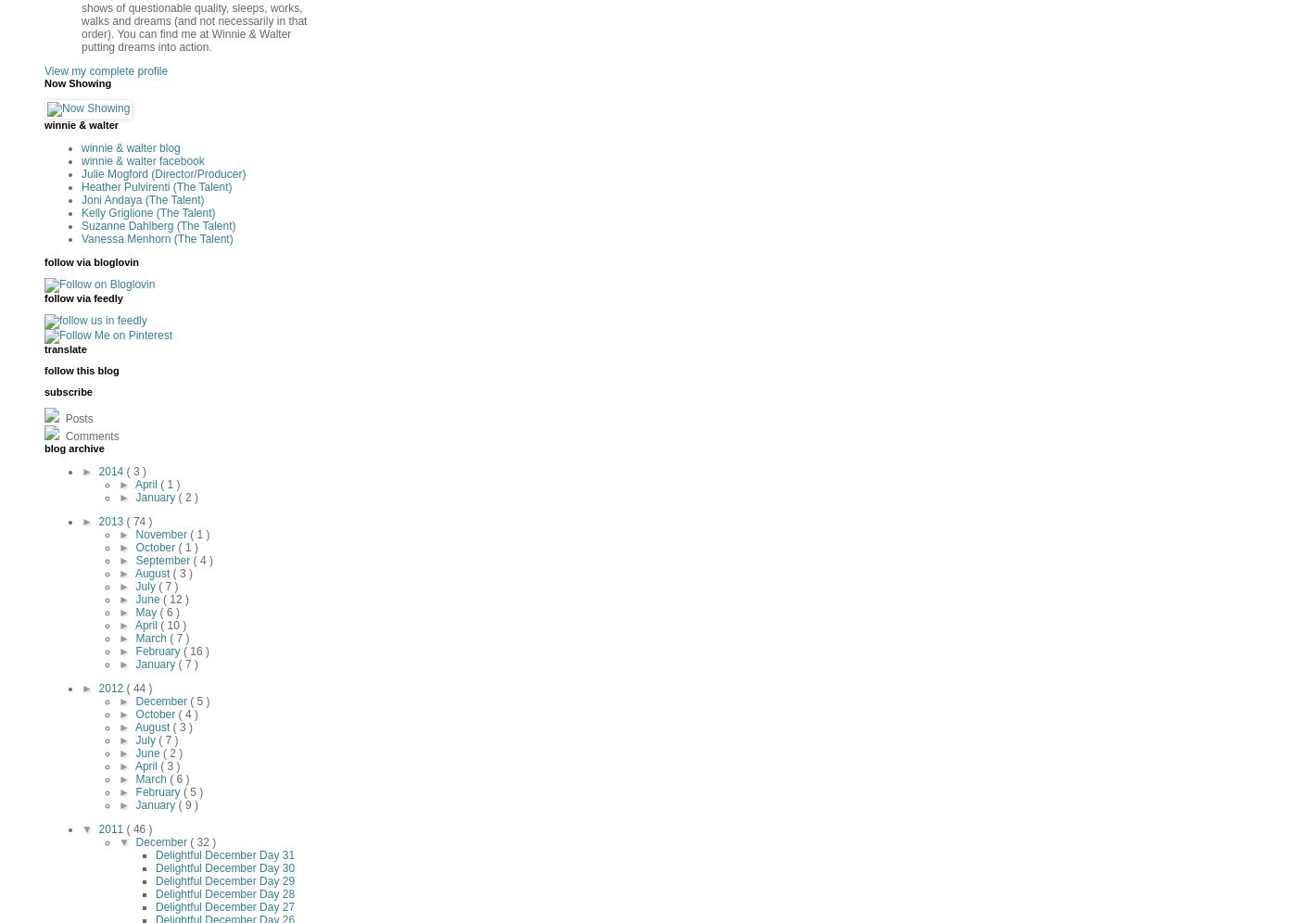  Describe the element at coordinates (73, 447) in the screenshot. I see `'blog archive'` at that location.